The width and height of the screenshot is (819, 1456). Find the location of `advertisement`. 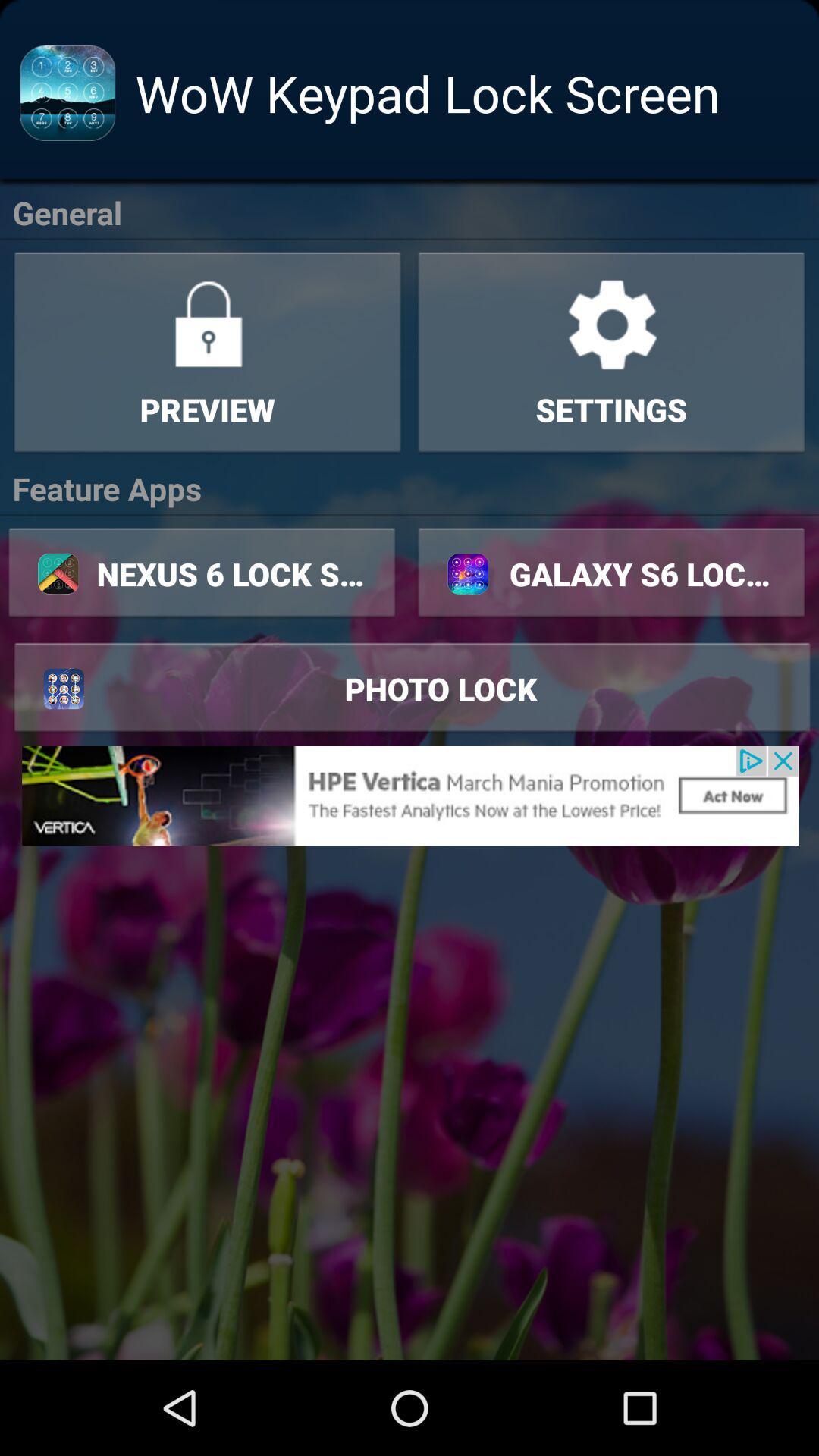

advertisement is located at coordinates (409, 795).